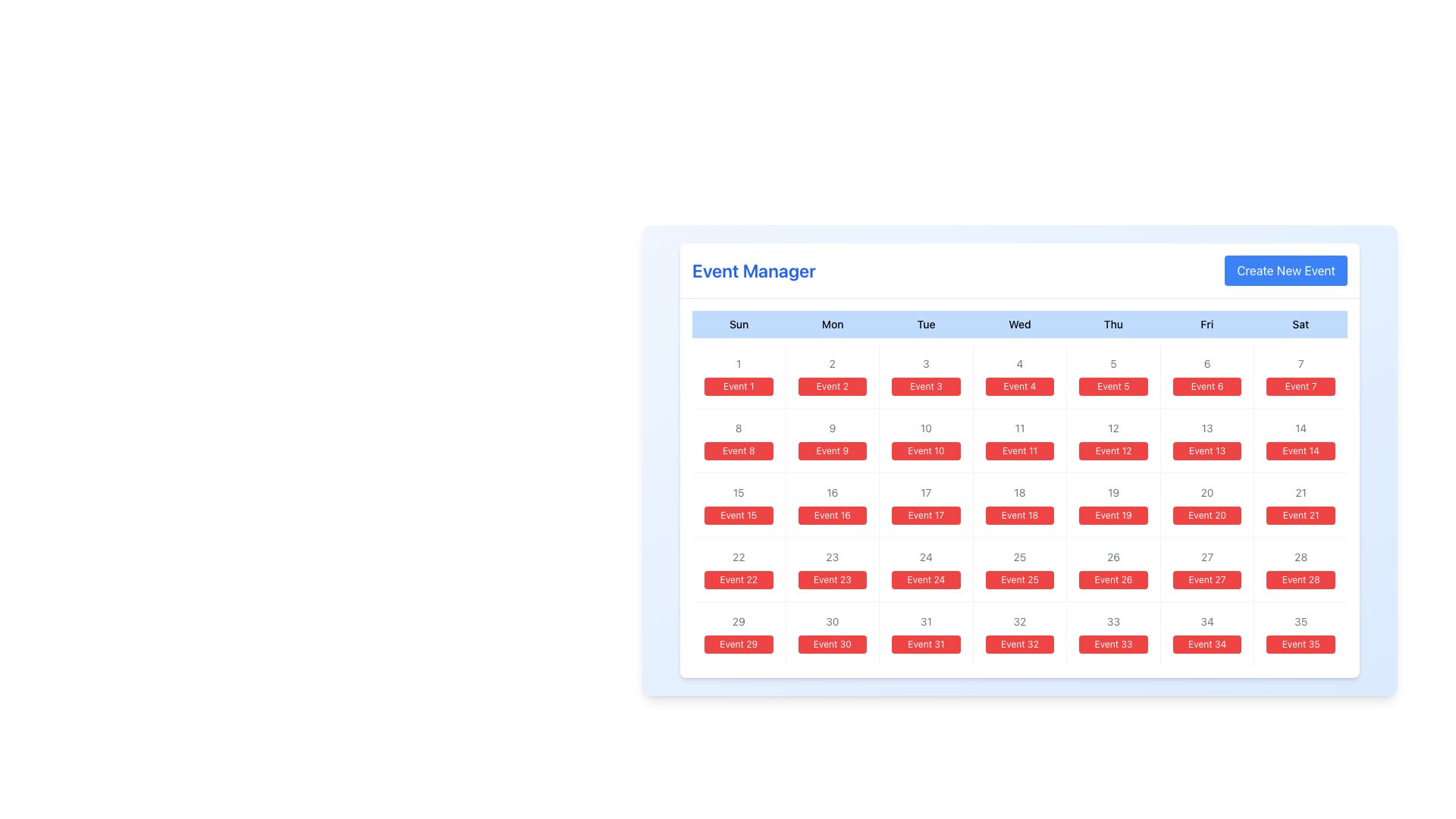 The width and height of the screenshot is (1456, 819). Describe the element at coordinates (831, 570) in the screenshot. I see `the interactive card for 'Event 23' located in the fourth row and third column of the event grid to interact with it` at that location.